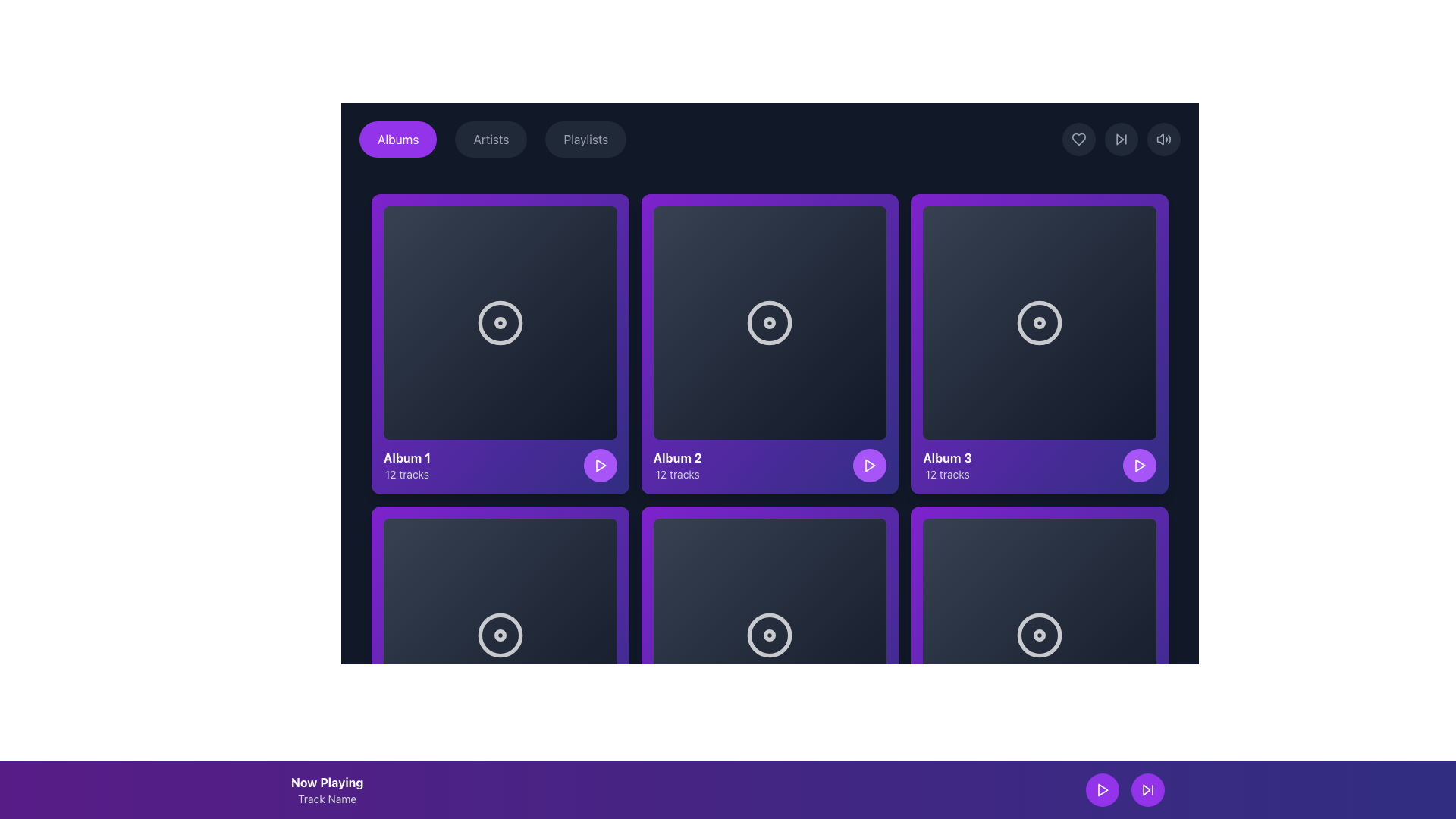 This screenshot has width=1456, height=819. Describe the element at coordinates (491, 140) in the screenshot. I see `the 'Artists' button, which is the second button in a row of three horizontally aligned buttons, to observe visual feedback` at that location.